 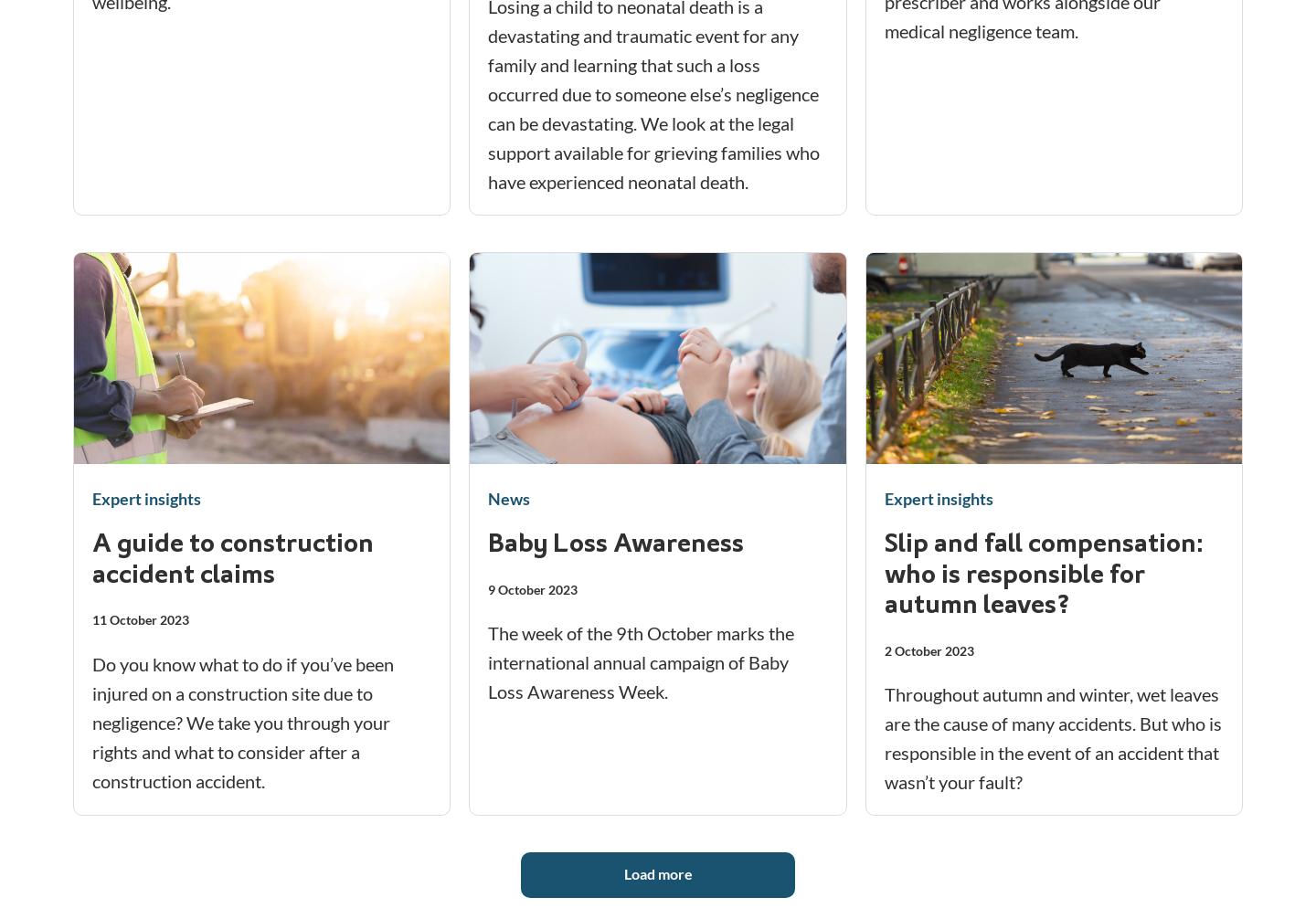 I want to click on 'Slip and fall compensation: who is responsible for autumn leaves?', so click(x=882, y=575).